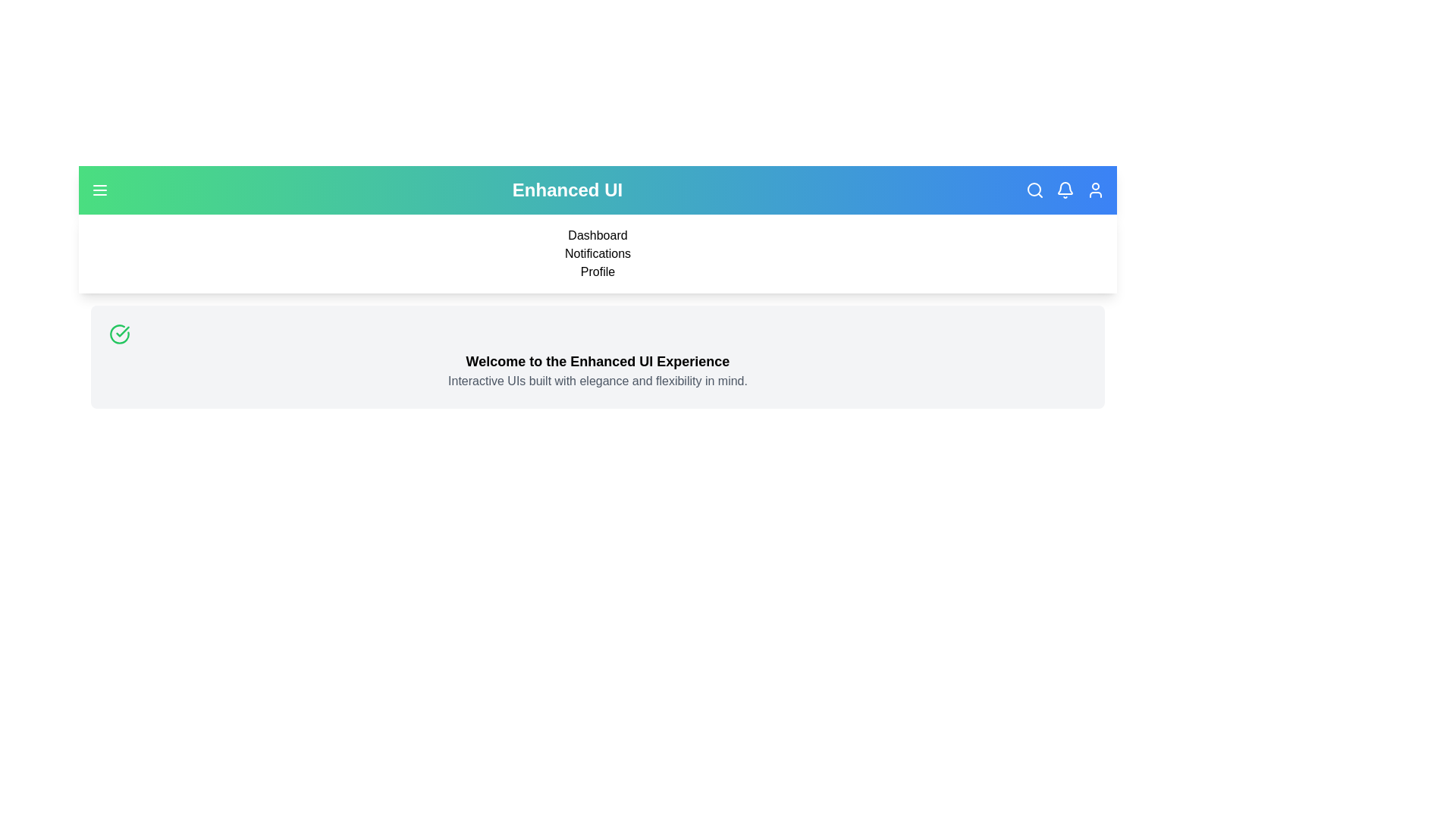 The image size is (1456, 819). Describe the element at coordinates (1034, 189) in the screenshot. I see `the search icon to focus on the search functionality` at that location.